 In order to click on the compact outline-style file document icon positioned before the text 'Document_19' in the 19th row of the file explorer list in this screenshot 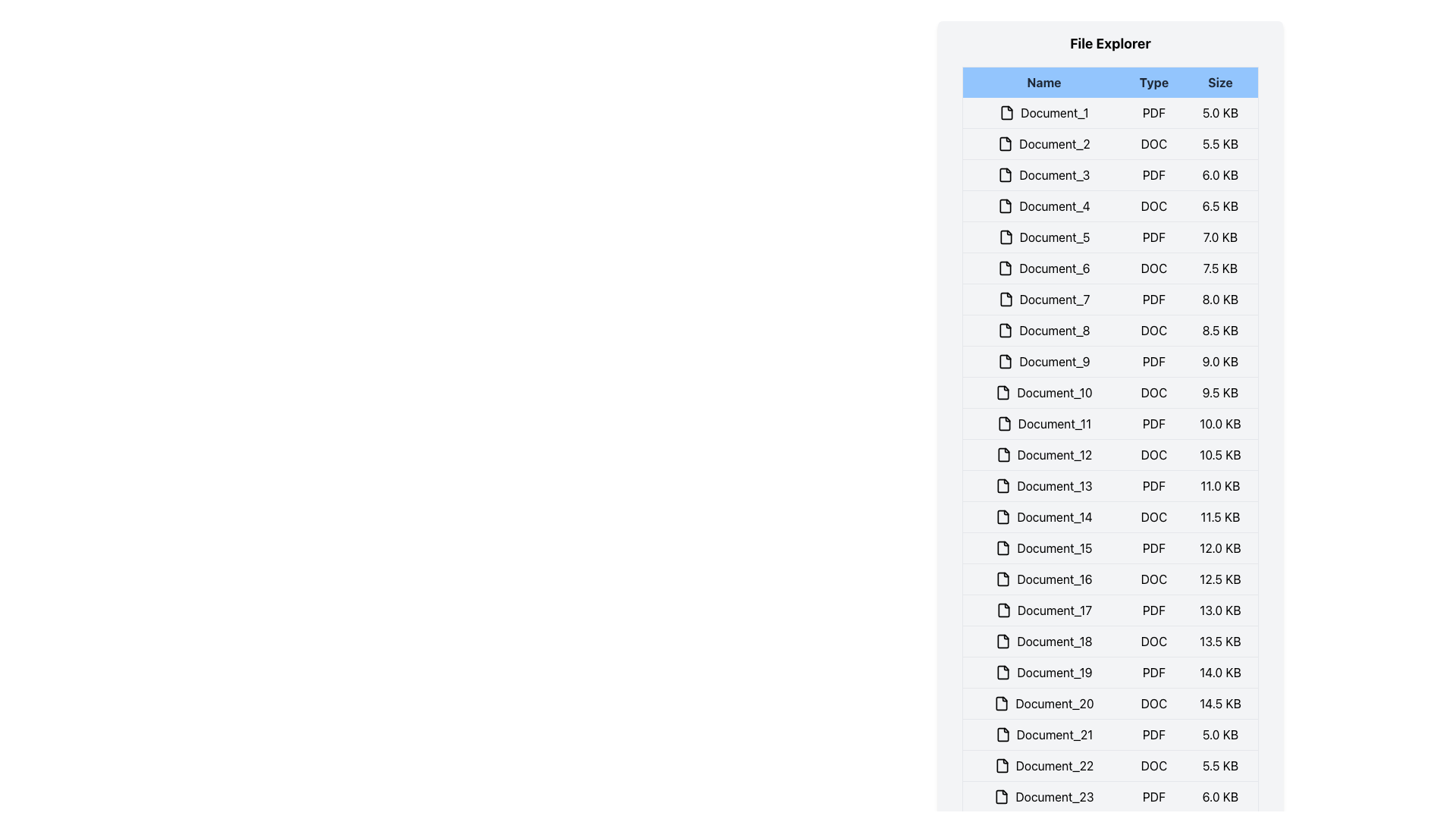, I will do `click(1003, 672)`.